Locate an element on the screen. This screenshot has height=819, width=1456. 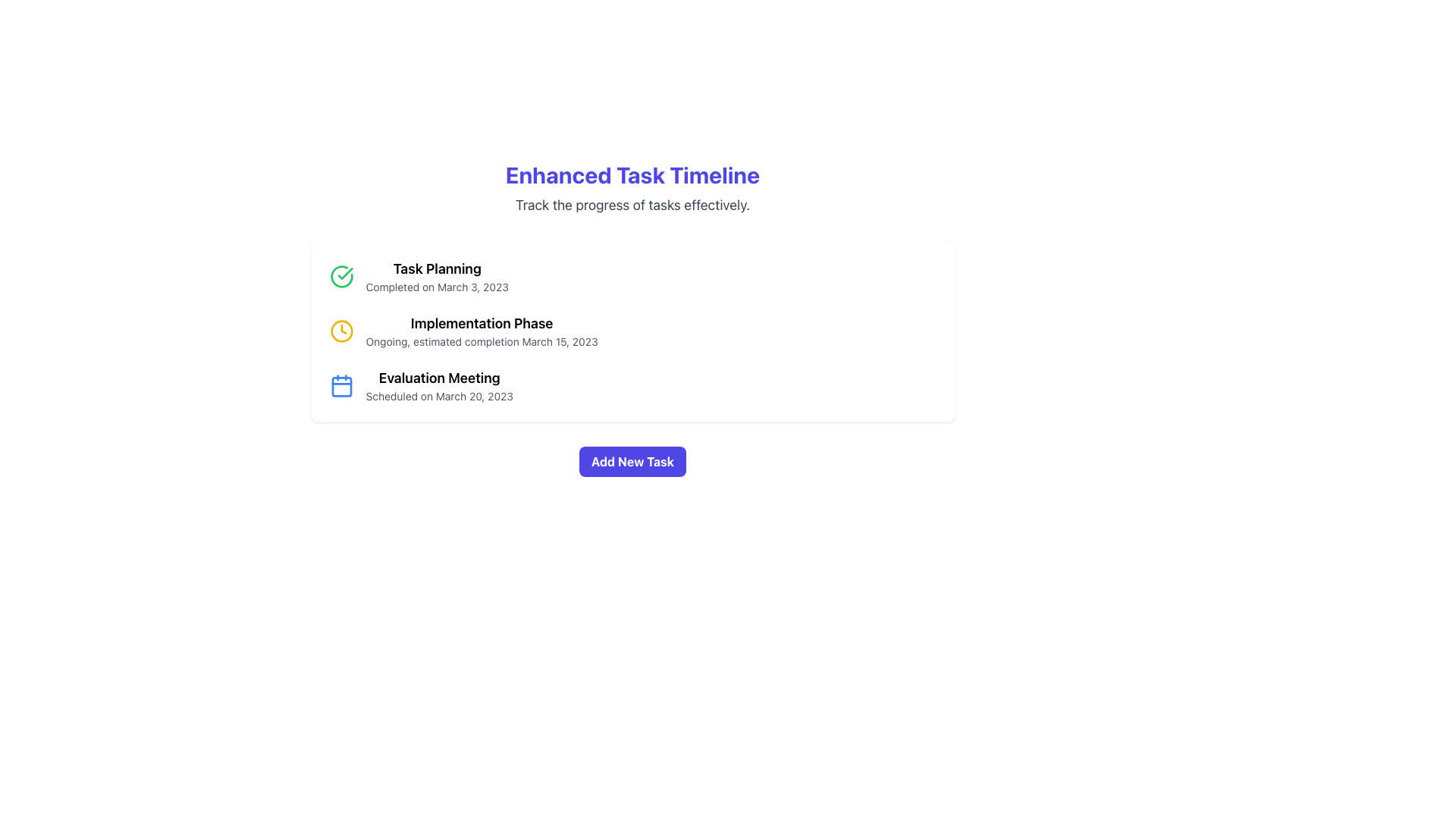
the calendar icon with a blue outline and a white background, located next to the 'Evaluation Meeting' task in the vertical list is located at coordinates (340, 385).